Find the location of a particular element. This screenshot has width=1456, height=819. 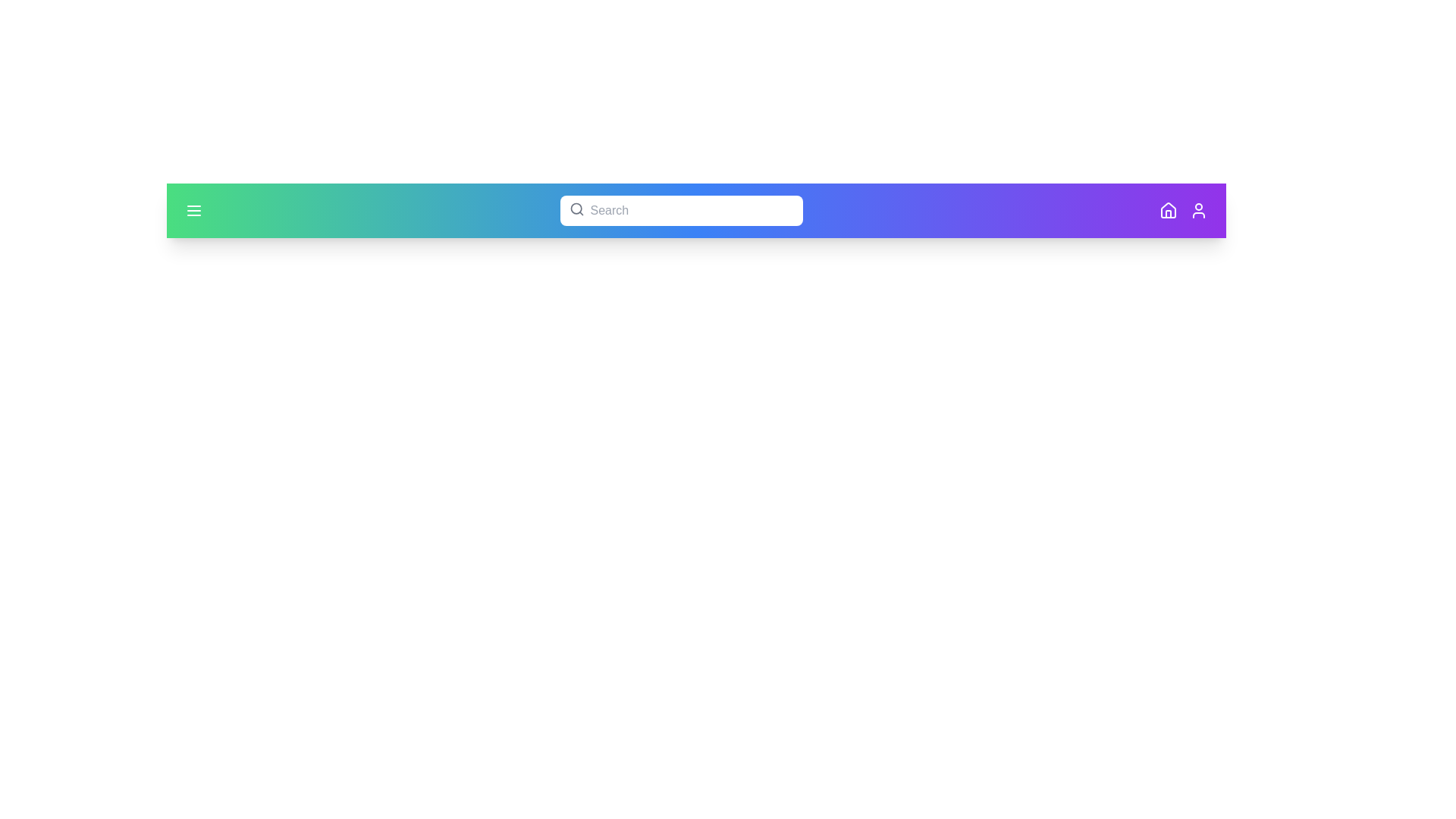

the home icon located on the right side of the app bar is located at coordinates (1167, 210).